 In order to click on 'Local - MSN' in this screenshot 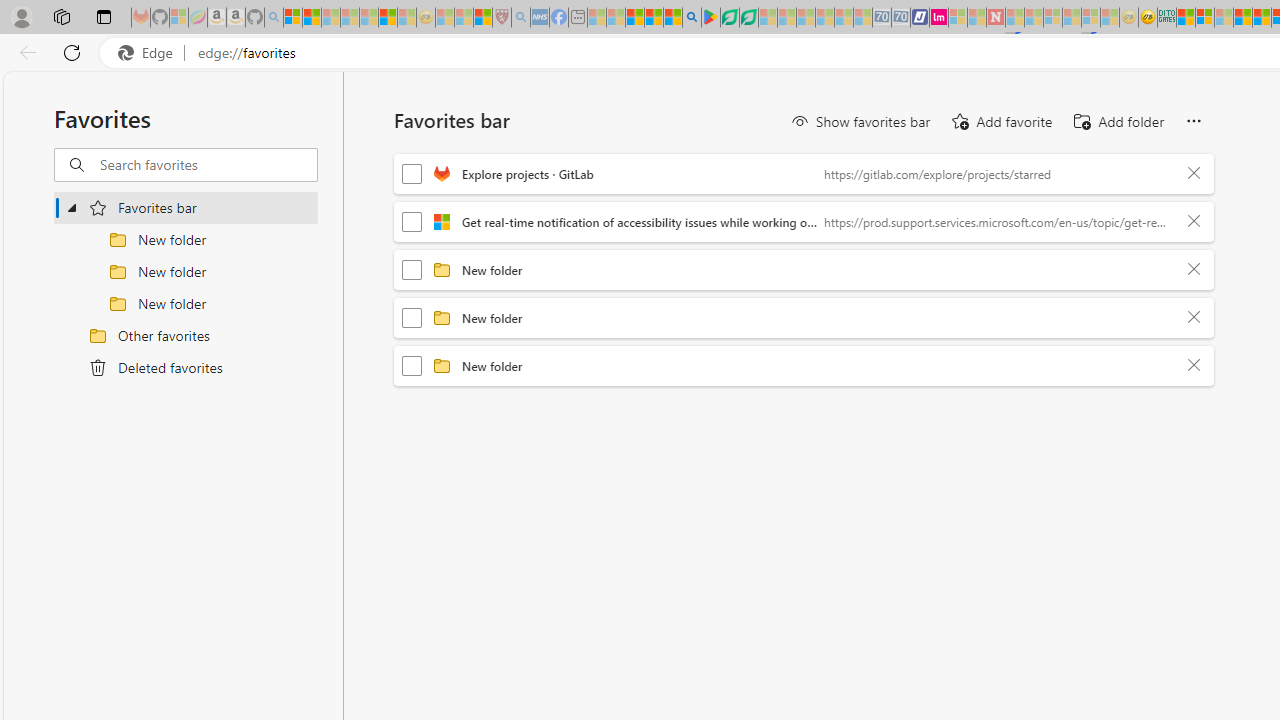, I will do `click(482, 17)`.